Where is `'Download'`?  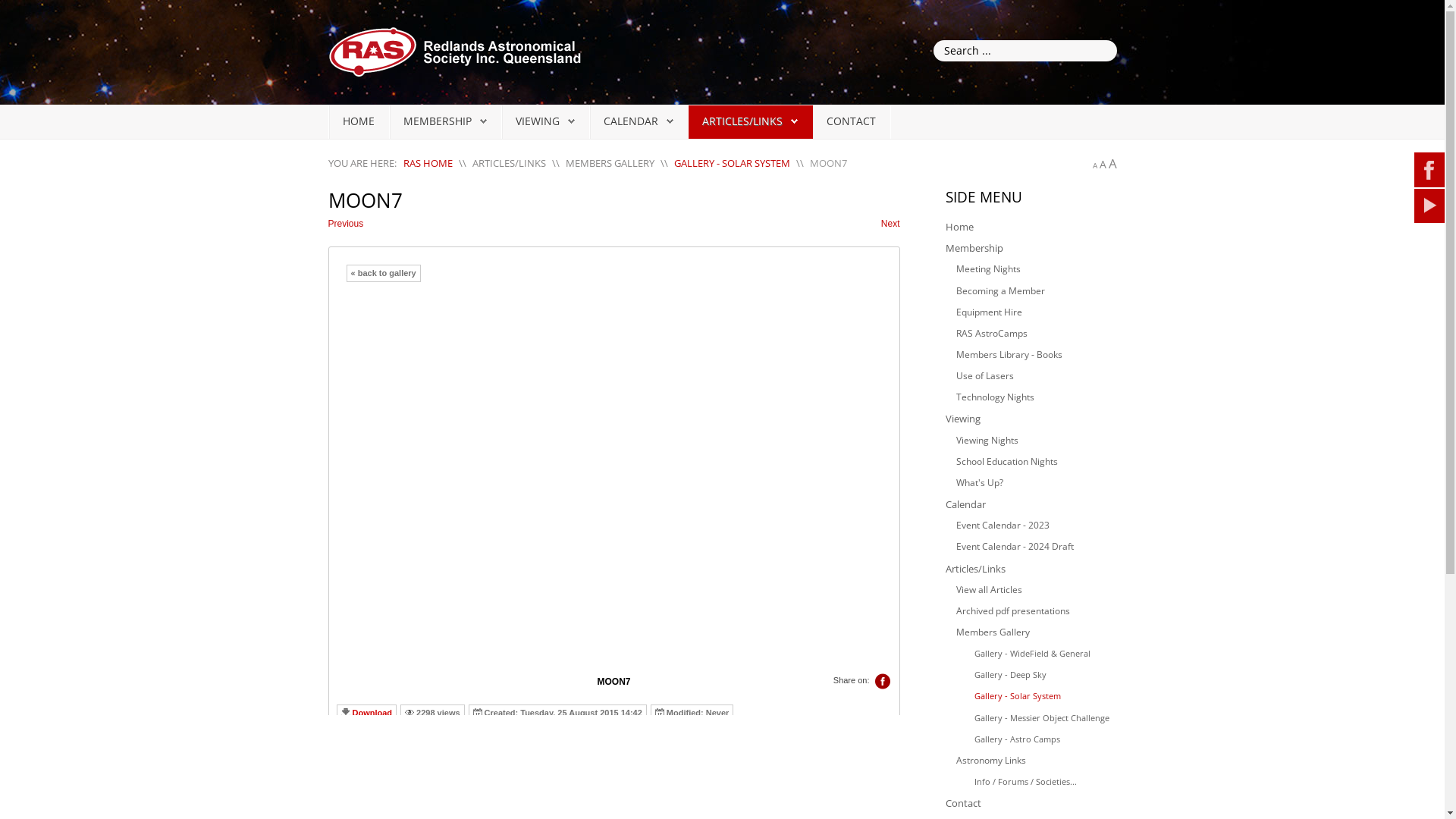 'Download' is located at coordinates (372, 713).